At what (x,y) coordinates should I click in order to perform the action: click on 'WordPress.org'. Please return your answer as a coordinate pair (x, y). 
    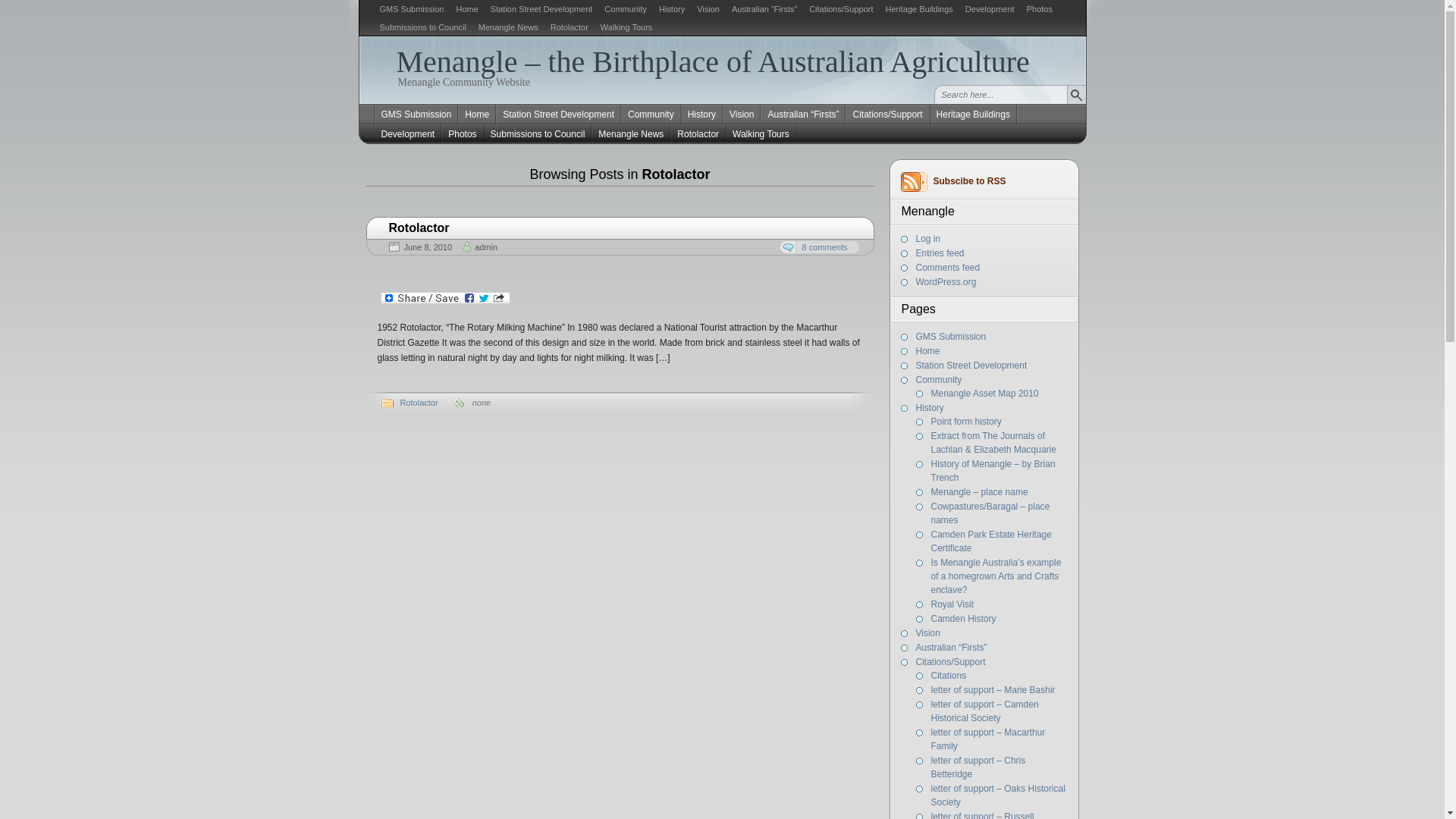
    Looking at the image, I should click on (915, 281).